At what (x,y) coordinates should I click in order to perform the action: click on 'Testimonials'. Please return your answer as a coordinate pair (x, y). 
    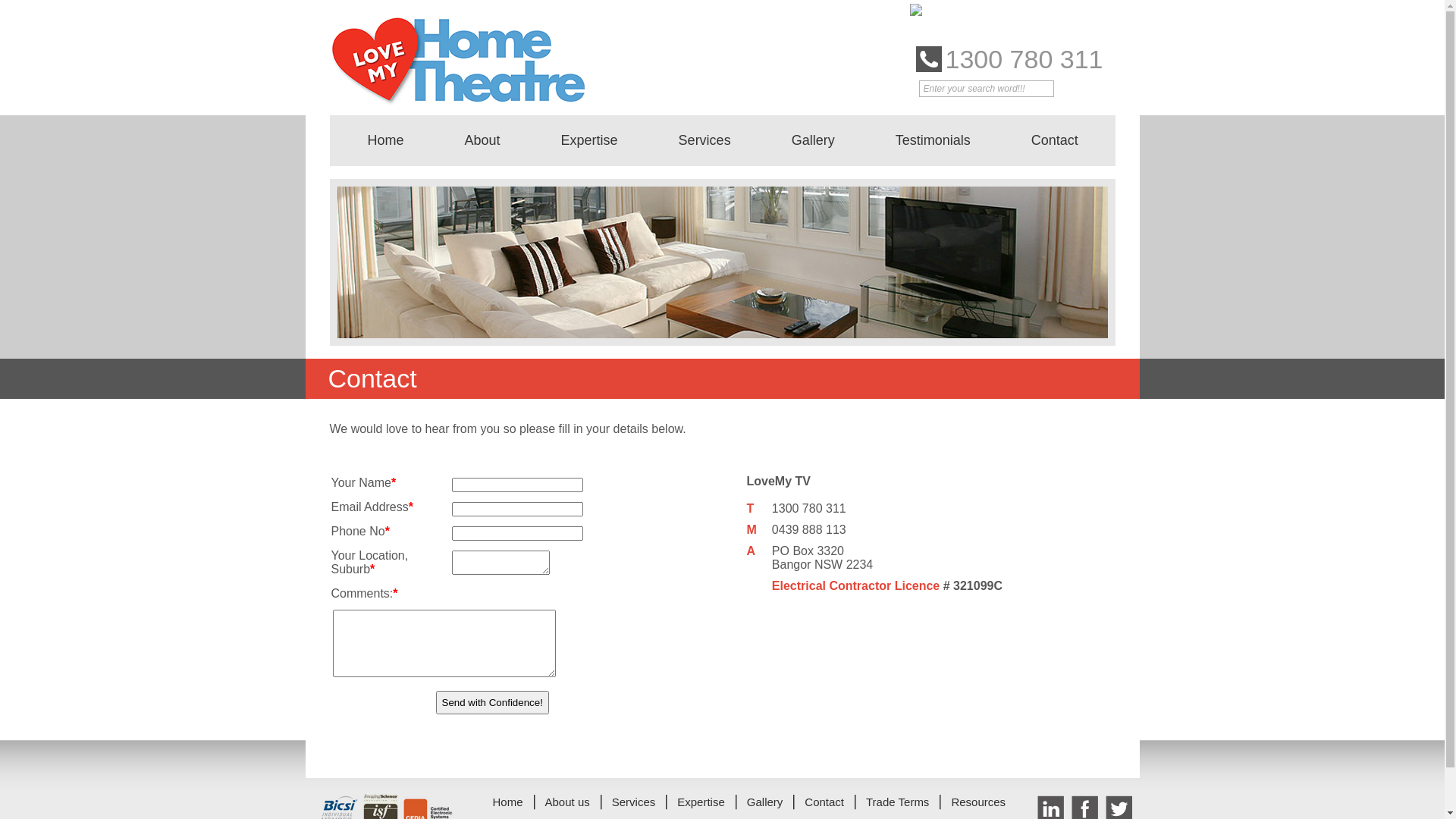
    Looking at the image, I should click on (932, 140).